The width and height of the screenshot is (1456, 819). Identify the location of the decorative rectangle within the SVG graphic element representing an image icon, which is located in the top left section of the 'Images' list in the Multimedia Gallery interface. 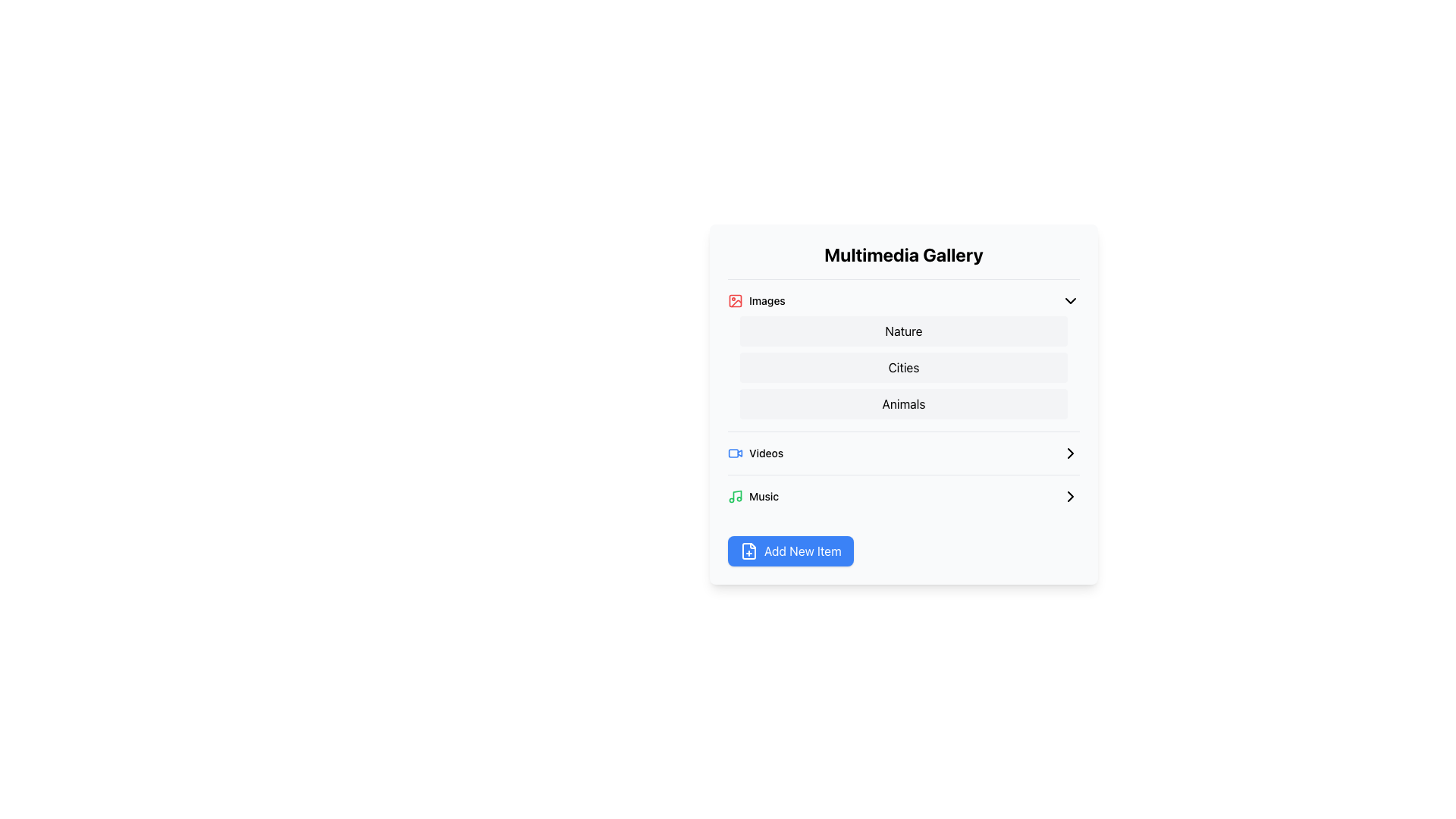
(735, 301).